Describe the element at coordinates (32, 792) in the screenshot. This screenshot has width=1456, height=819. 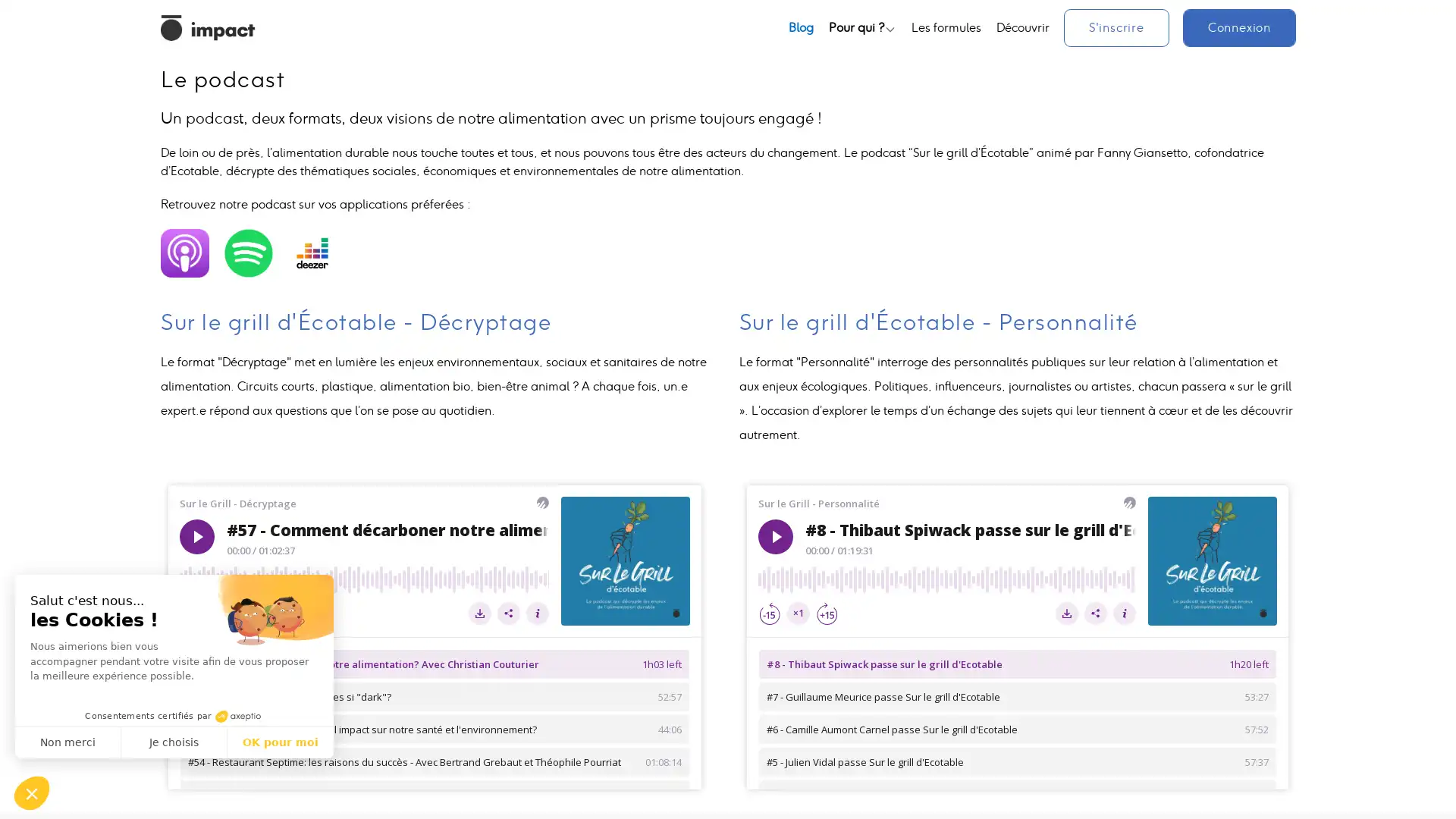
I see `Fermer` at that location.